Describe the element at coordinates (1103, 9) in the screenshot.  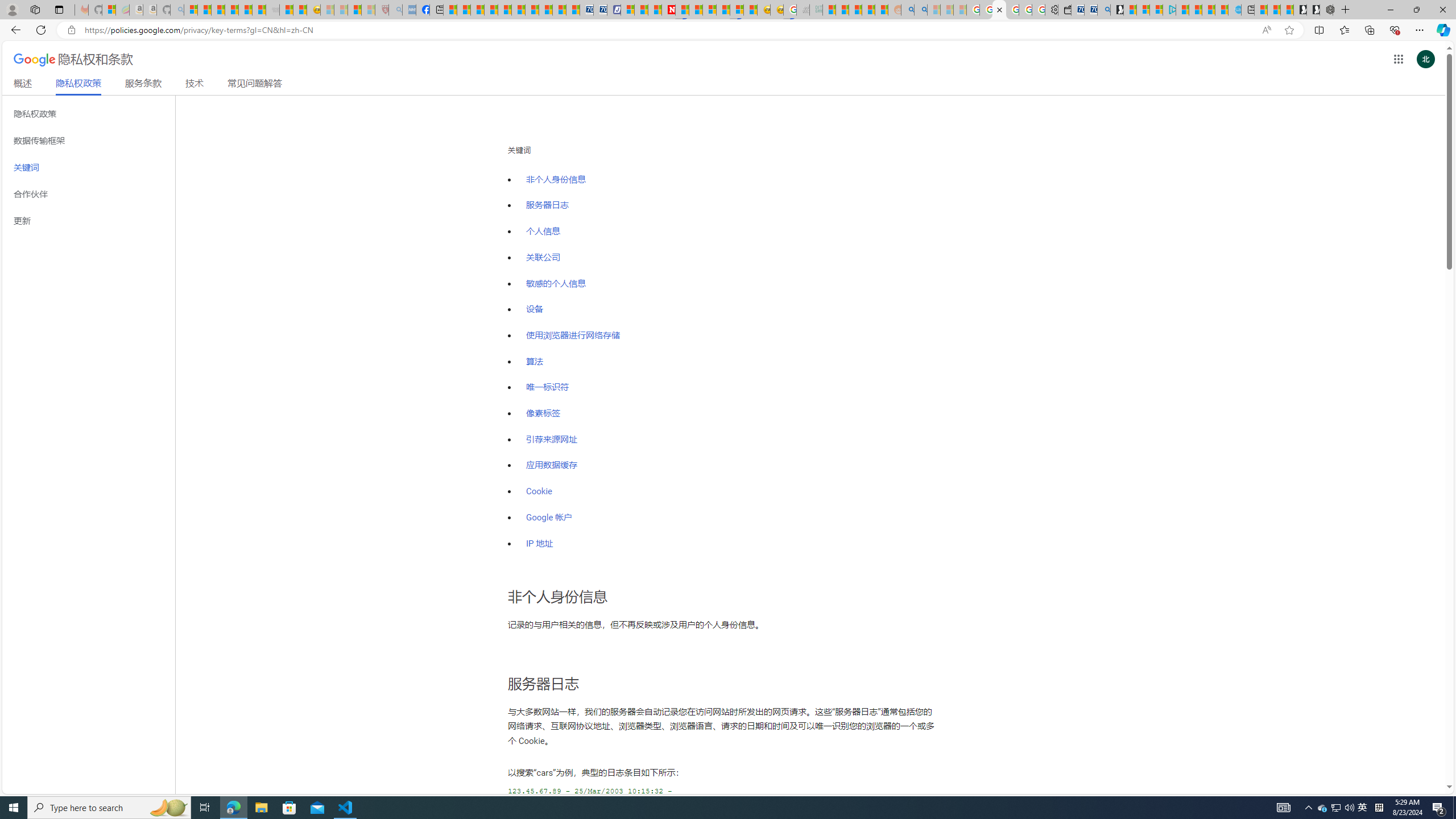
I see `'Bing Real Estate - Home sales and rental listings'` at that location.